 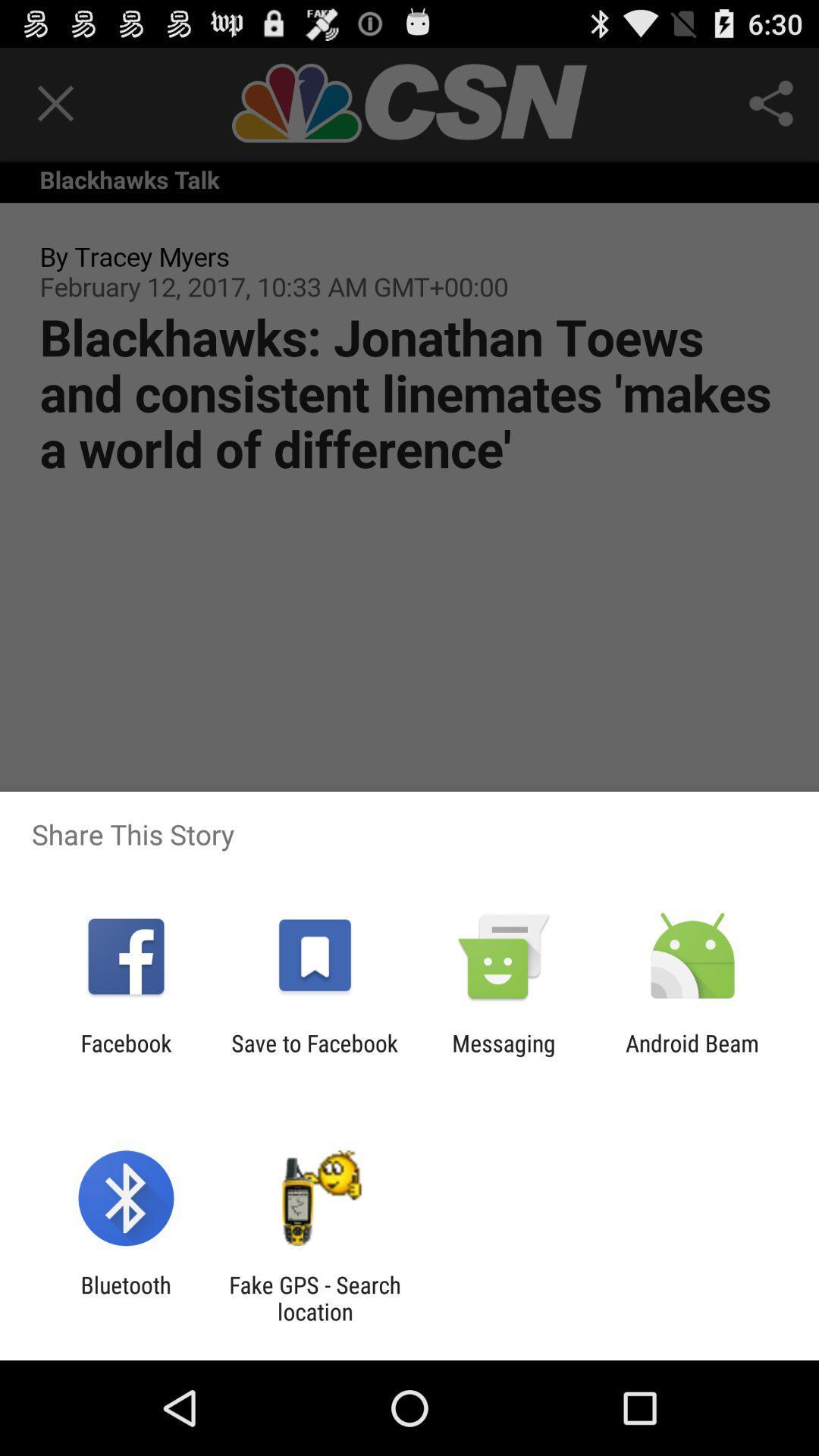 I want to click on the icon next to android beam, so click(x=504, y=1056).